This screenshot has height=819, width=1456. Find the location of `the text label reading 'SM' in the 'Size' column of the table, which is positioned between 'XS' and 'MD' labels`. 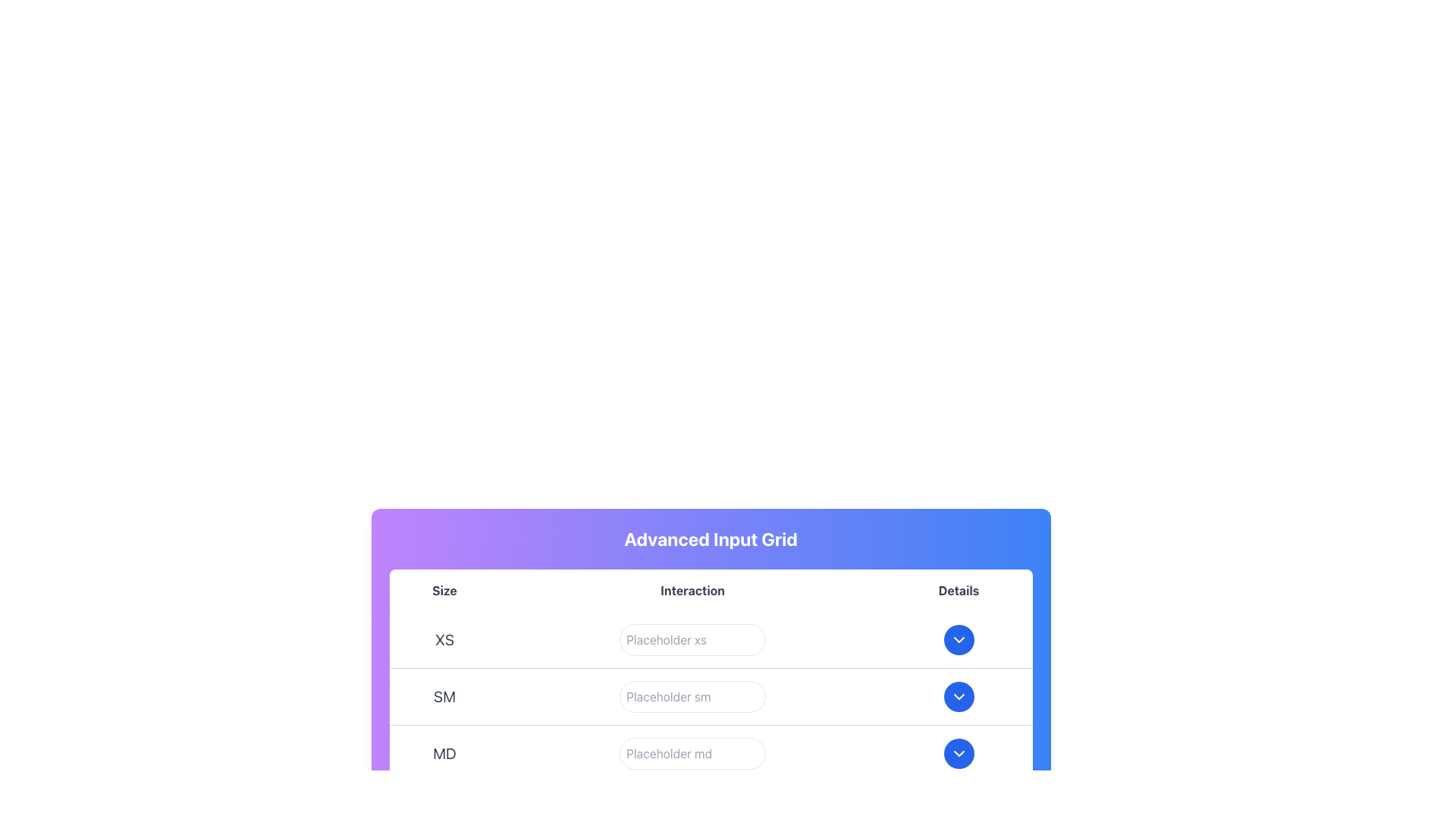

the text label reading 'SM' in the 'Size' column of the table, which is positioned between 'XS' and 'MD' labels is located at coordinates (444, 696).